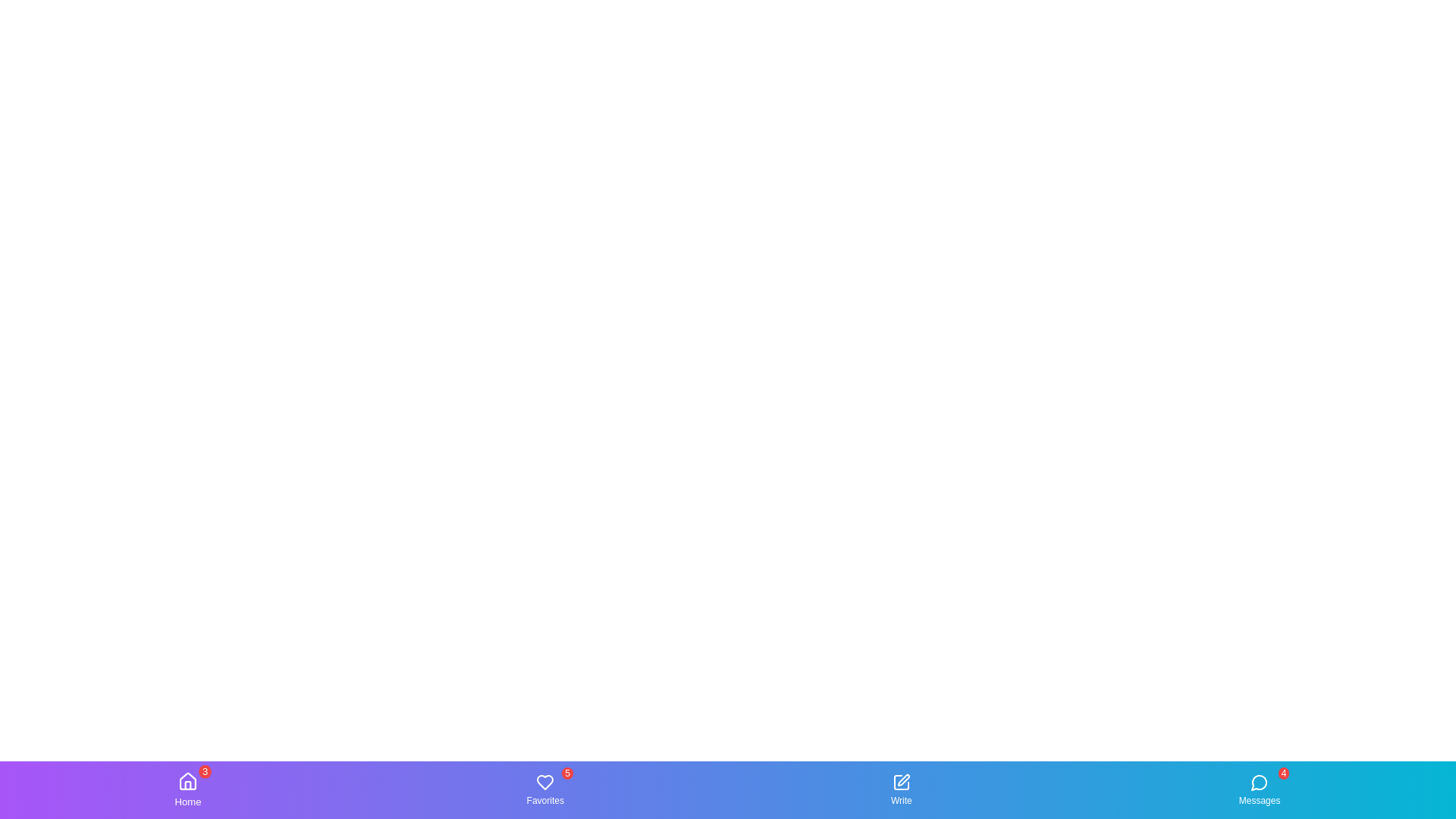 The height and width of the screenshot is (819, 1456). I want to click on the Home tab by clicking on its icon or label, so click(187, 789).